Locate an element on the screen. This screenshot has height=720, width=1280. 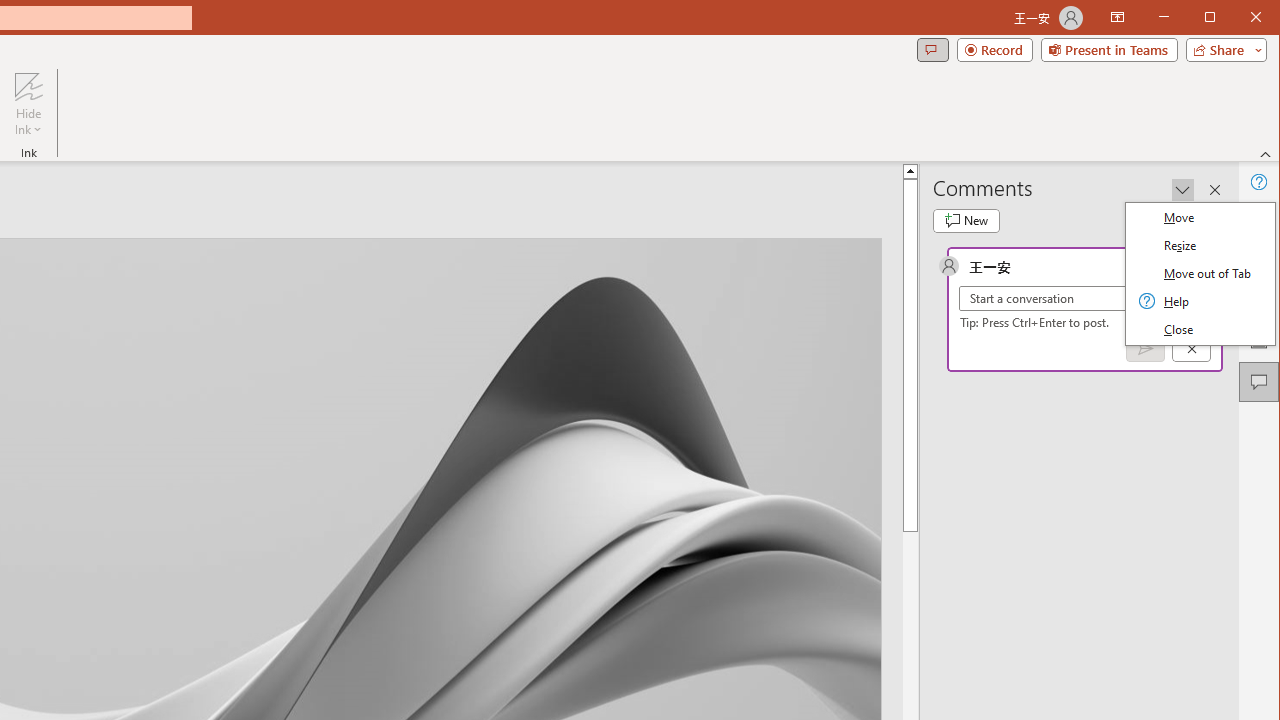
'Maximize' is located at coordinates (1238, 19).